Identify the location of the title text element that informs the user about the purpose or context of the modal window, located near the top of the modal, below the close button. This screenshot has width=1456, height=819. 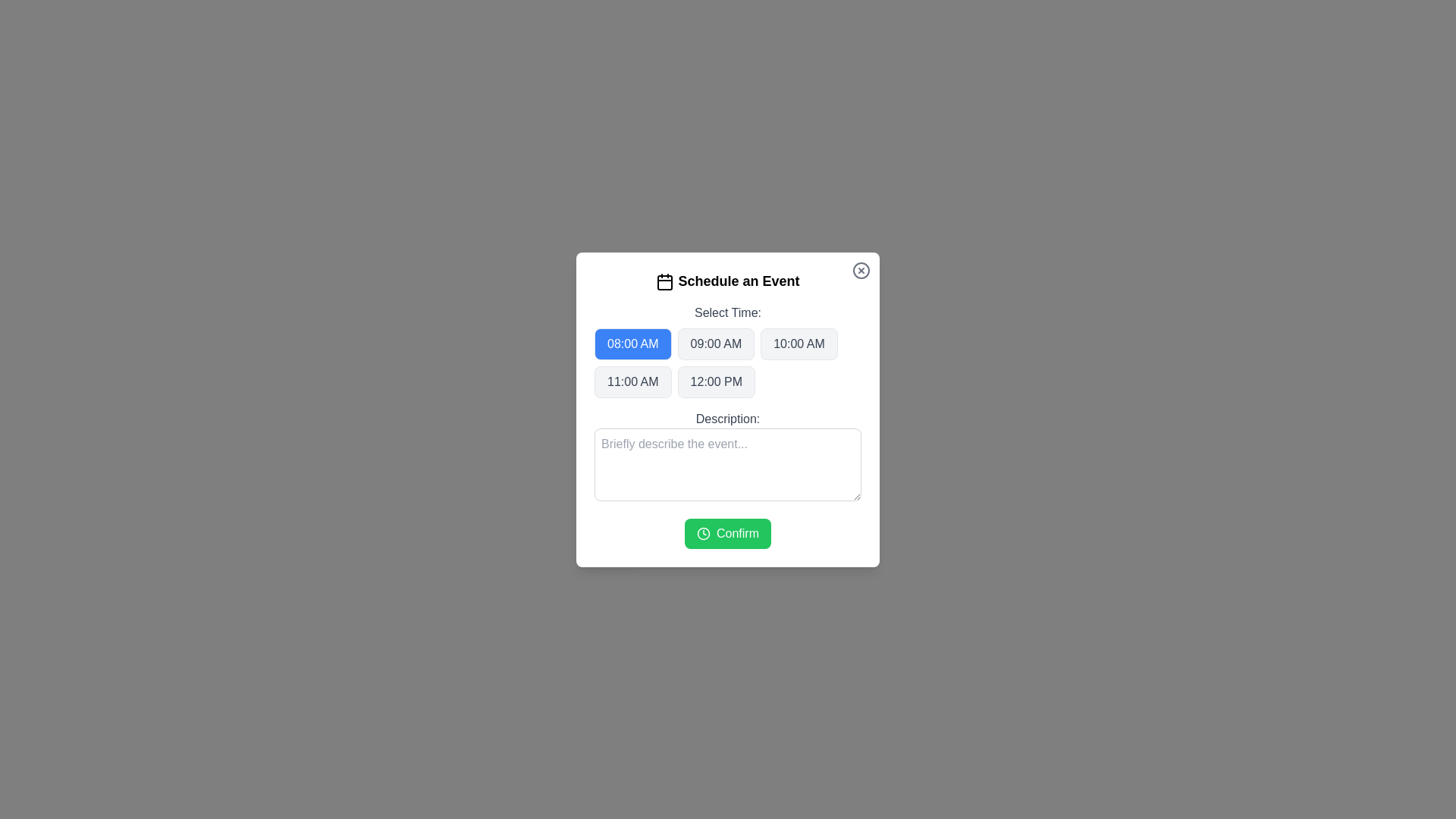
(728, 281).